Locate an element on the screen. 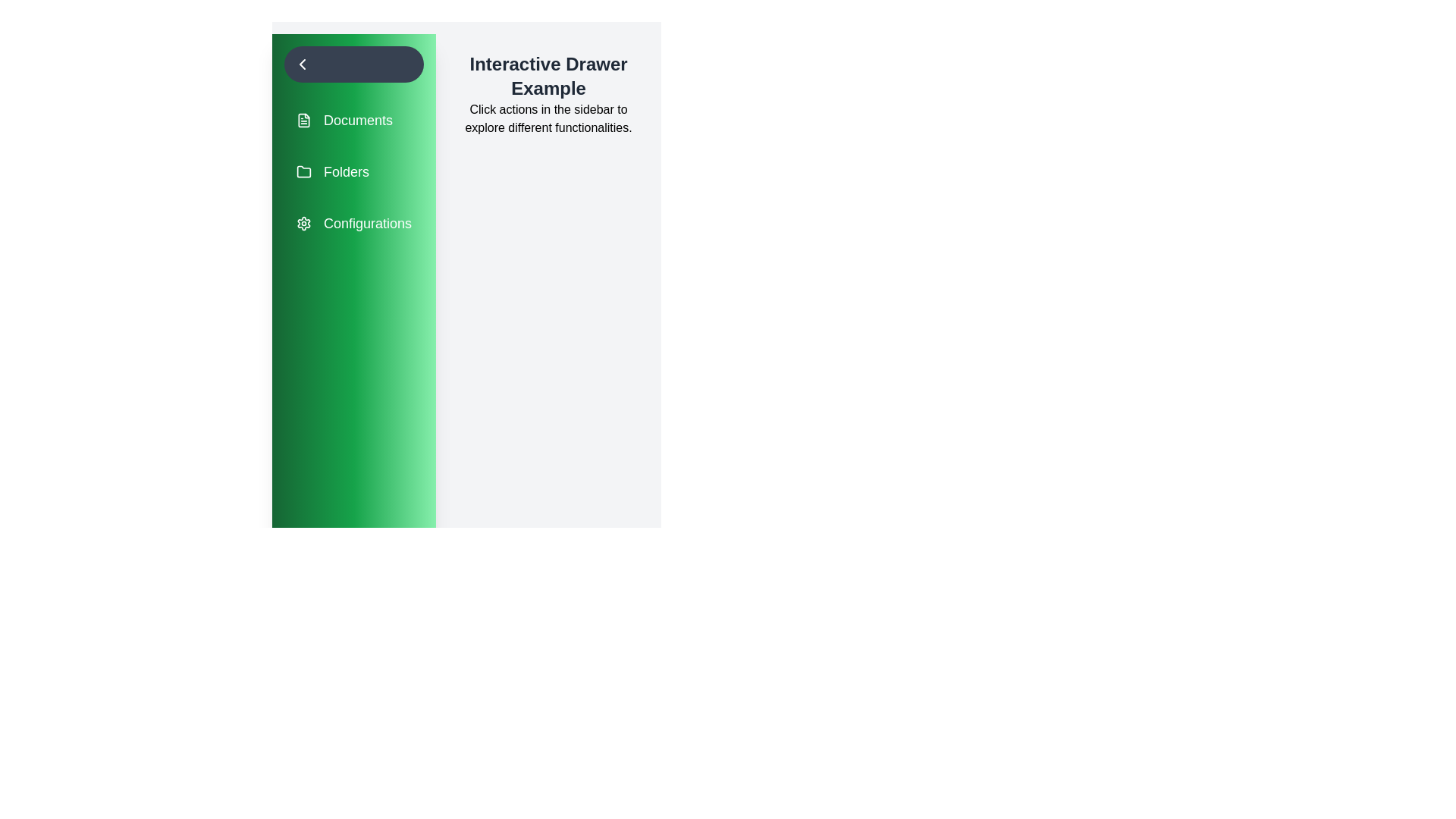 Image resolution: width=1456 pixels, height=819 pixels. the menu item Documents to navigate to the corresponding section is located at coordinates (353, 119).